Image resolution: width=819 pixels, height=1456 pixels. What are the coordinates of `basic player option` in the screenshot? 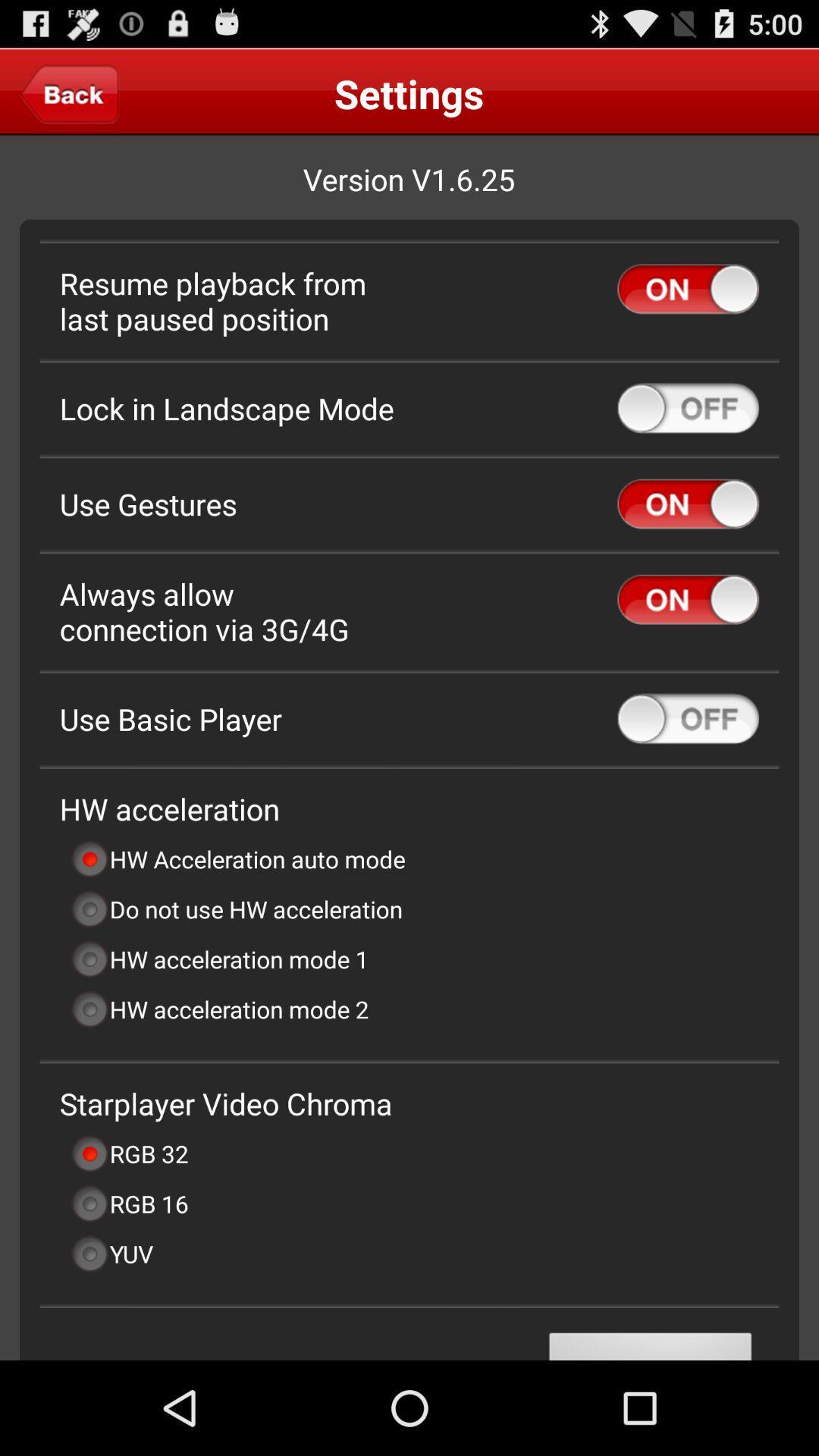 It's located at (688, 718).